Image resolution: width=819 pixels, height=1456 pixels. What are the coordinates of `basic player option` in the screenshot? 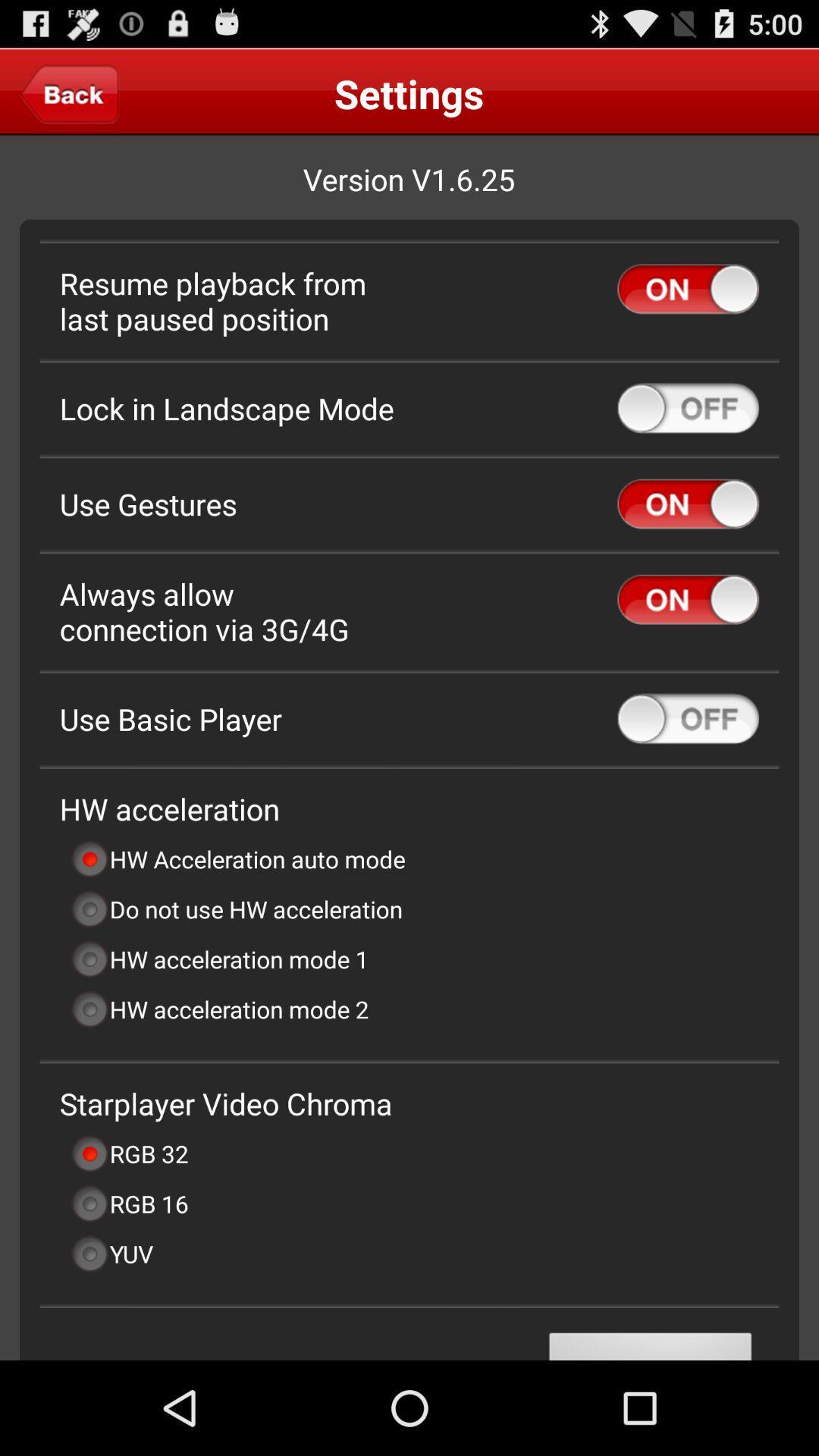 It's located at (688, 718).